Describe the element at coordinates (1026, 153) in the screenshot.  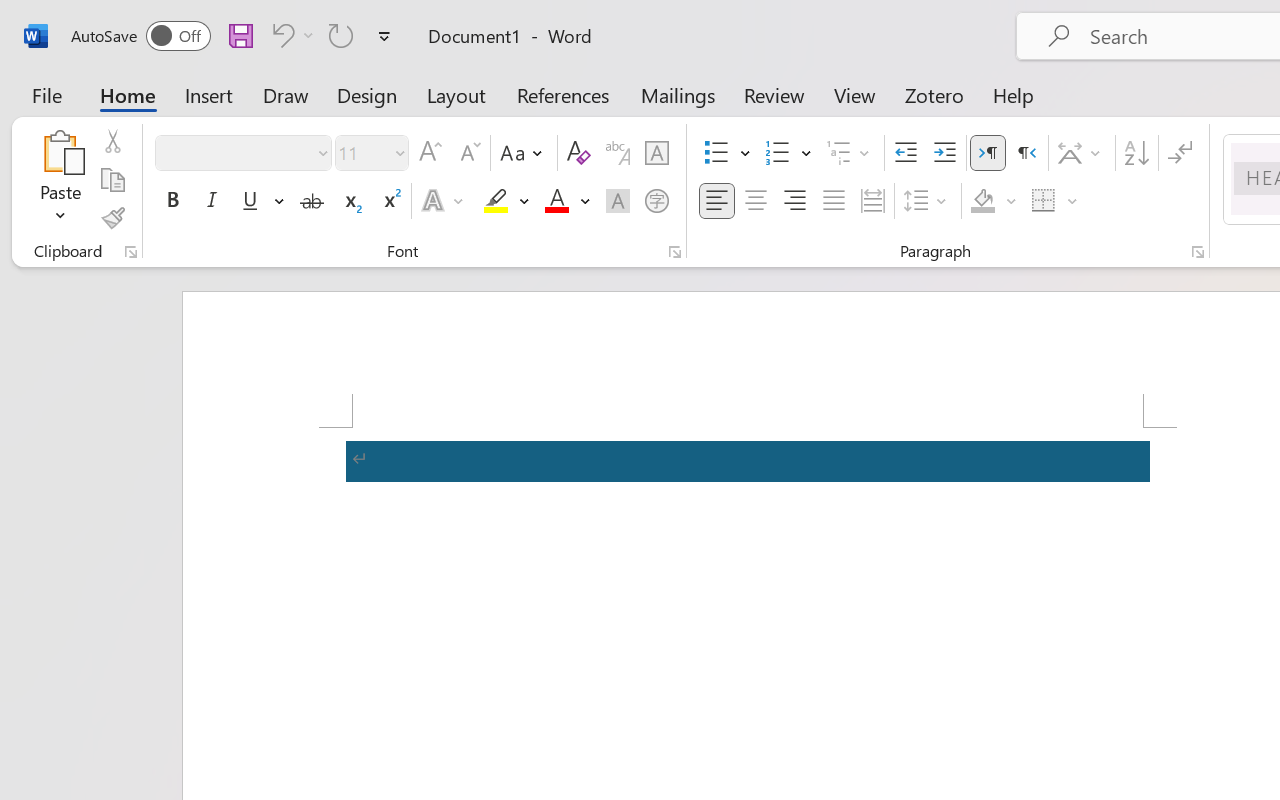
I see `'Right-to-Left'` at that location.